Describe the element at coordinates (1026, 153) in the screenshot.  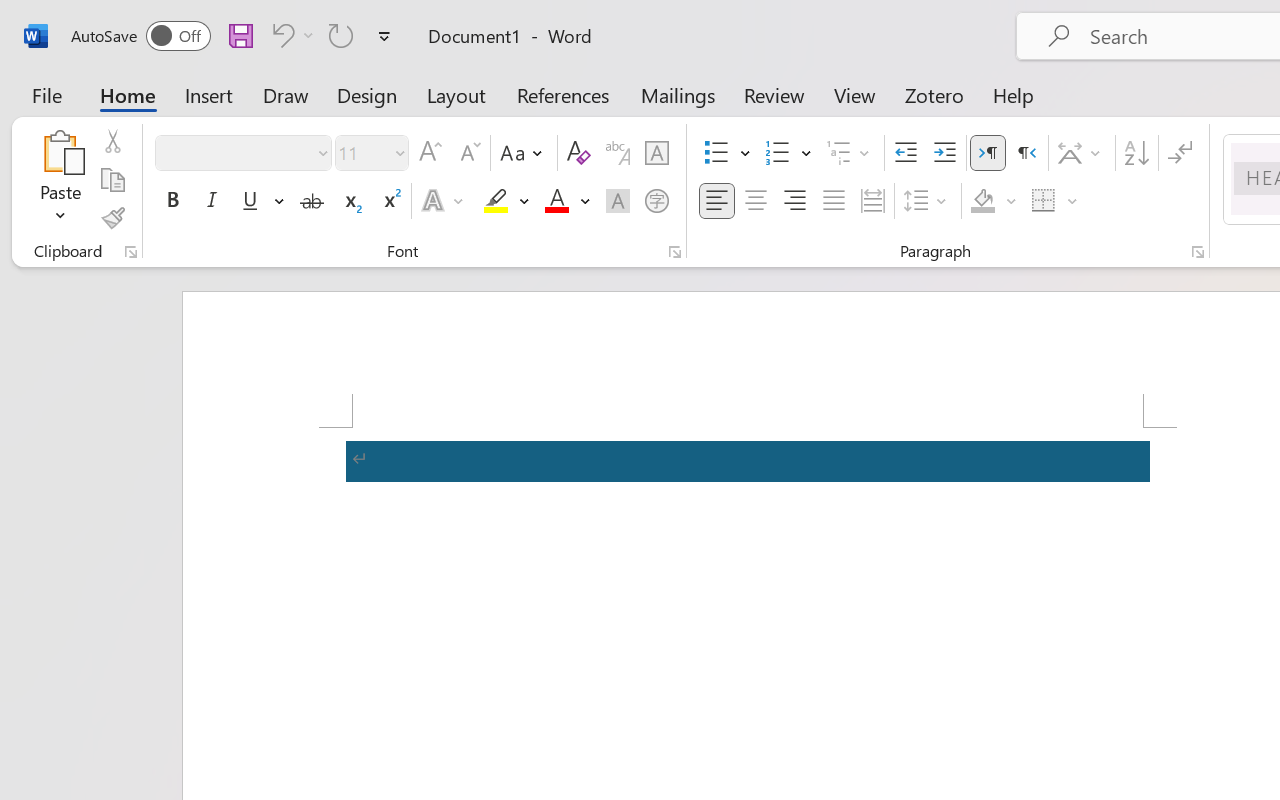
I see `'Right-to-Left'` at that location.